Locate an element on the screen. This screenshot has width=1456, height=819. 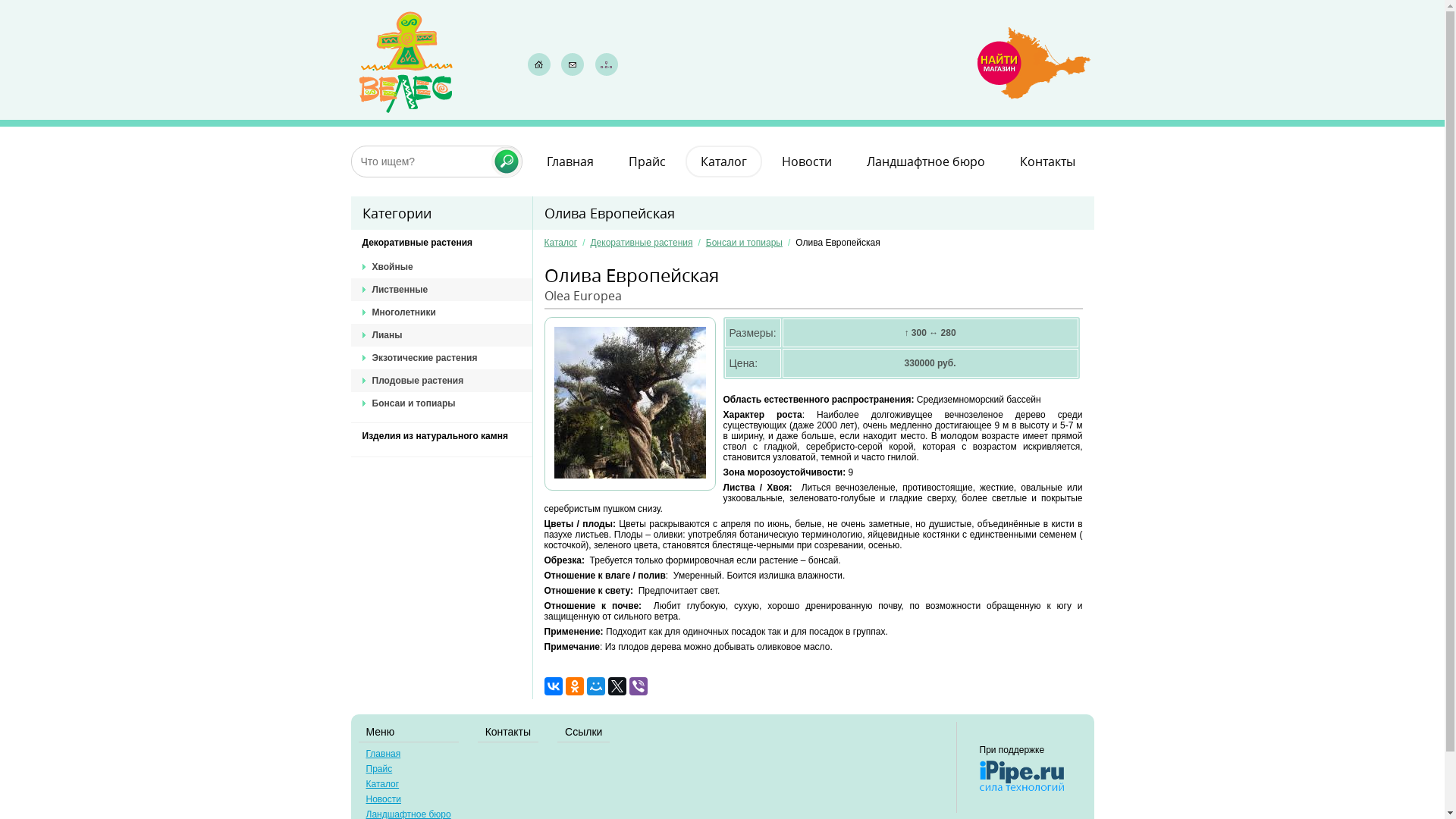
'Contacts' is located at coordinates (571, 63).